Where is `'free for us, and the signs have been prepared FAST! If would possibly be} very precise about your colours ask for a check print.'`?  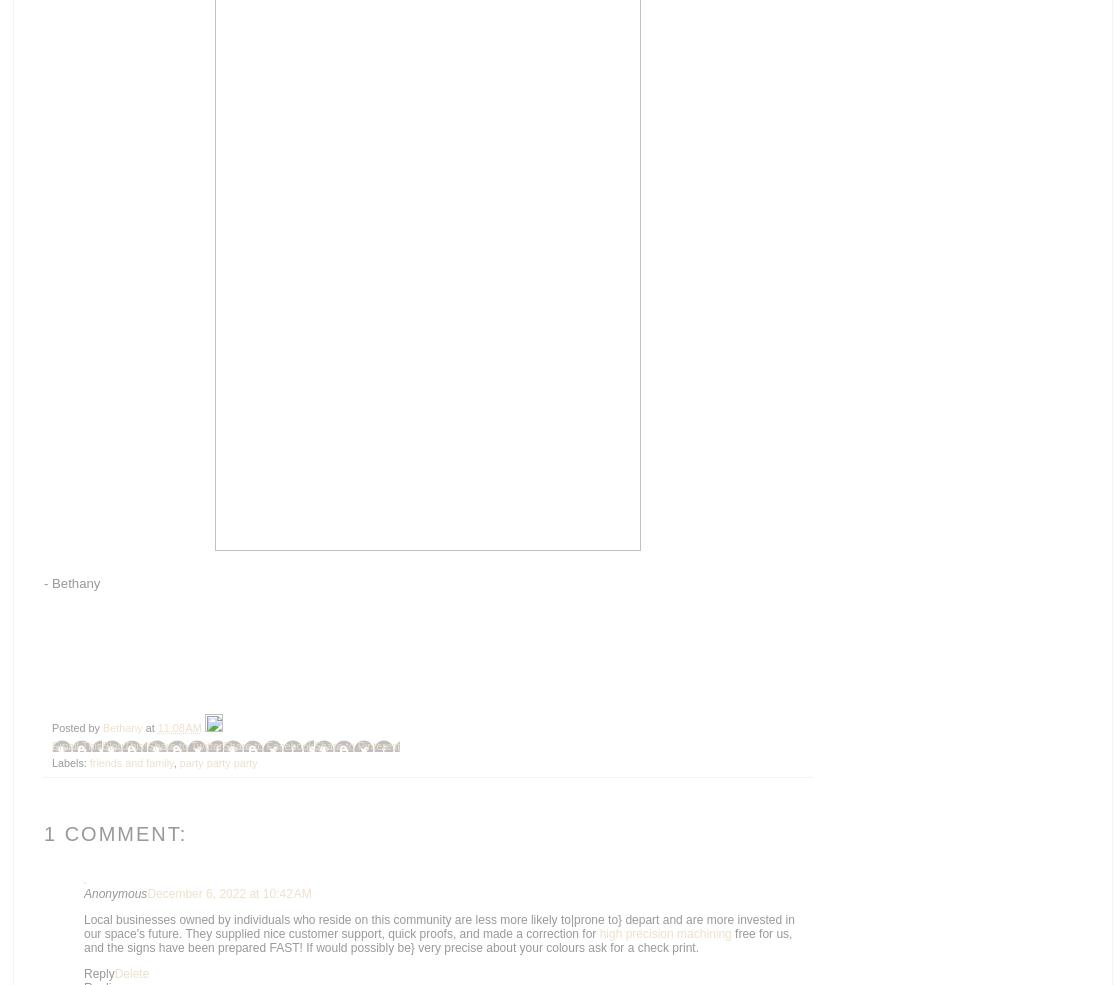 'free for us, and the signs have been prepared FAST! If would possibly be} very precise about your colours ask for a check print.' is located at coordinates (83, 939).